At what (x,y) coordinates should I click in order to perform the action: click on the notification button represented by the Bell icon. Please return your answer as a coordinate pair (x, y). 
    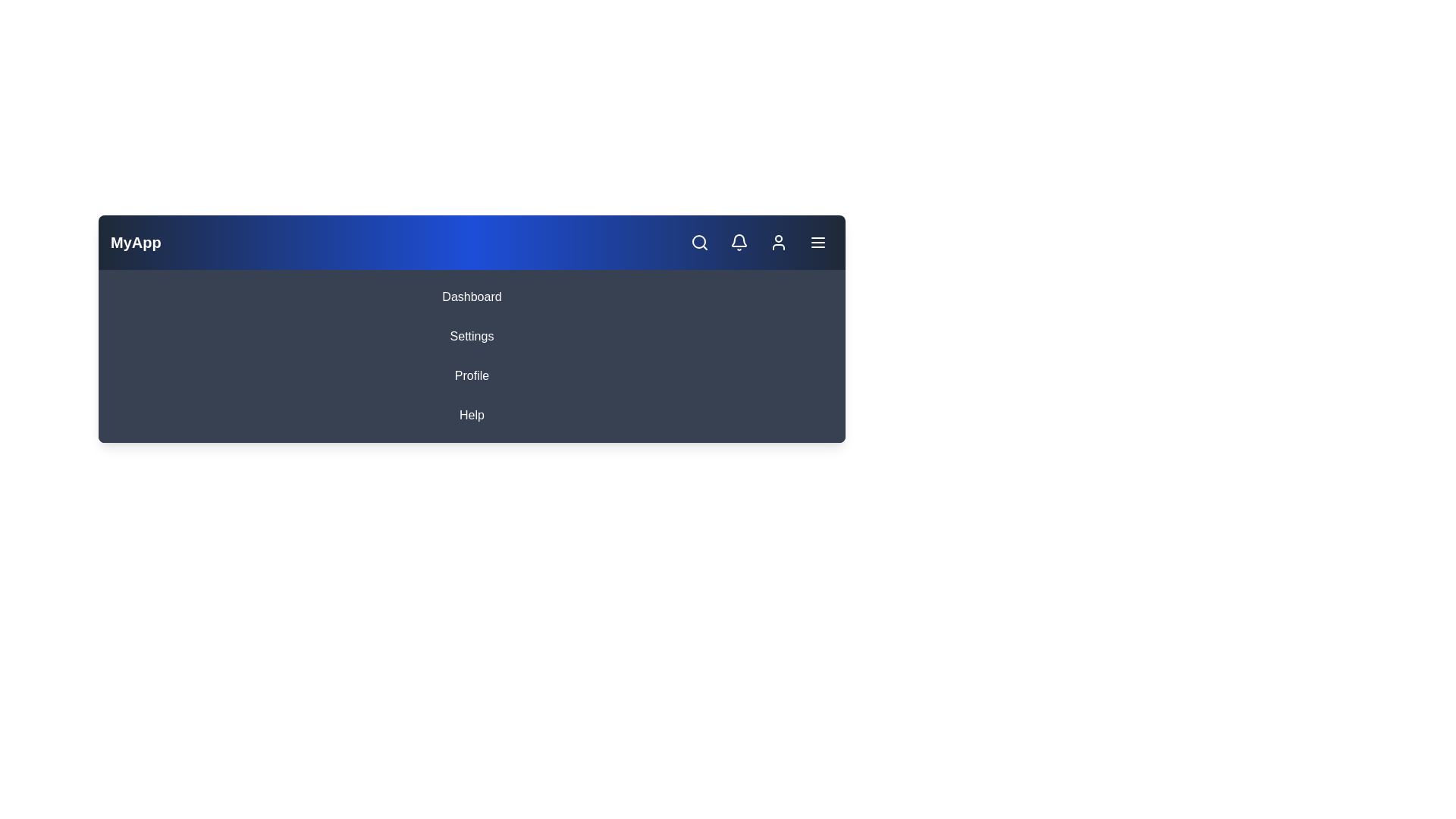
    Looking at the image, I should click on (739, 242).